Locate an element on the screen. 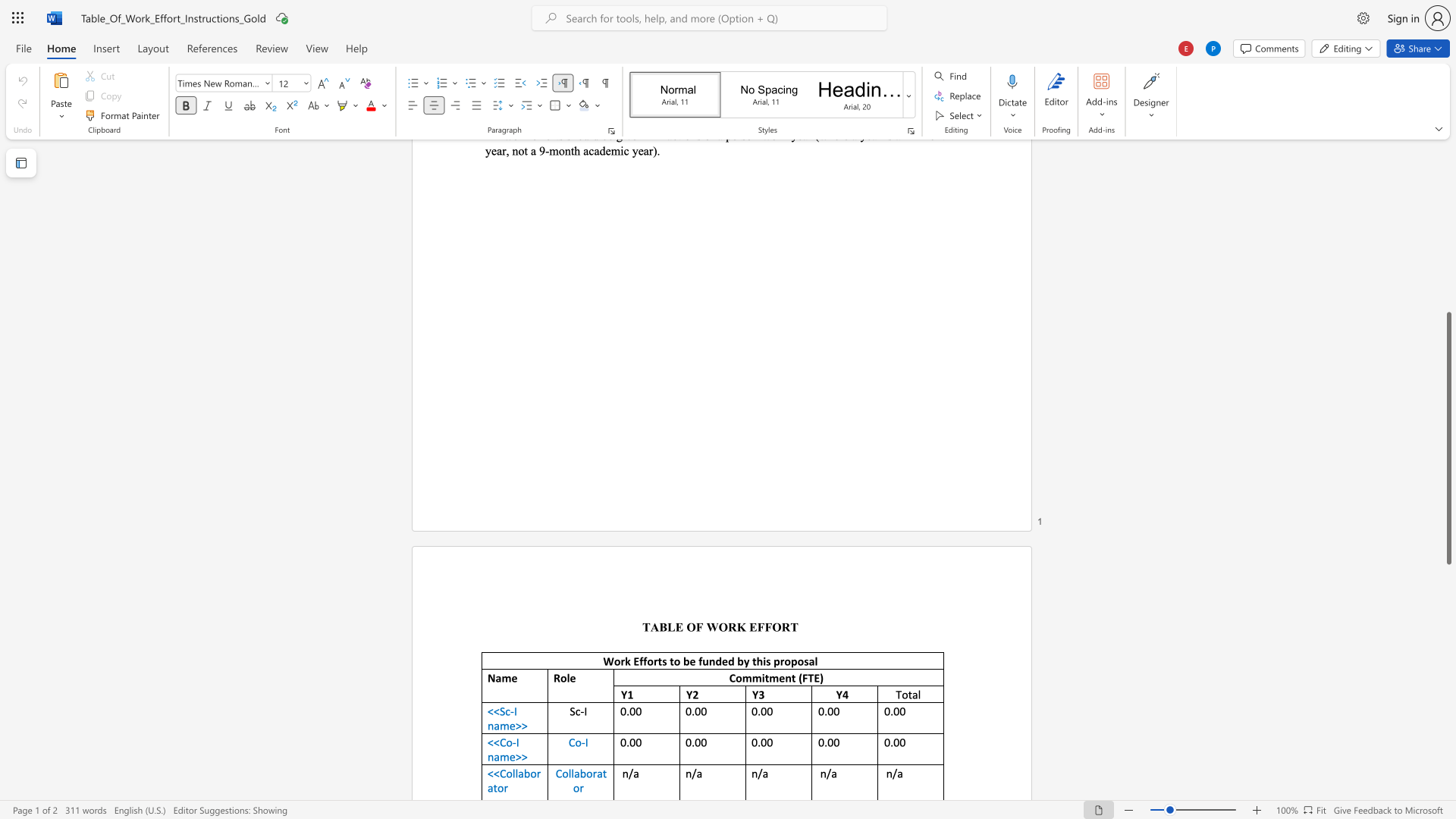 The image size is (1456, 819). the scrollbar on the side is located at coordinates (1448, 174).